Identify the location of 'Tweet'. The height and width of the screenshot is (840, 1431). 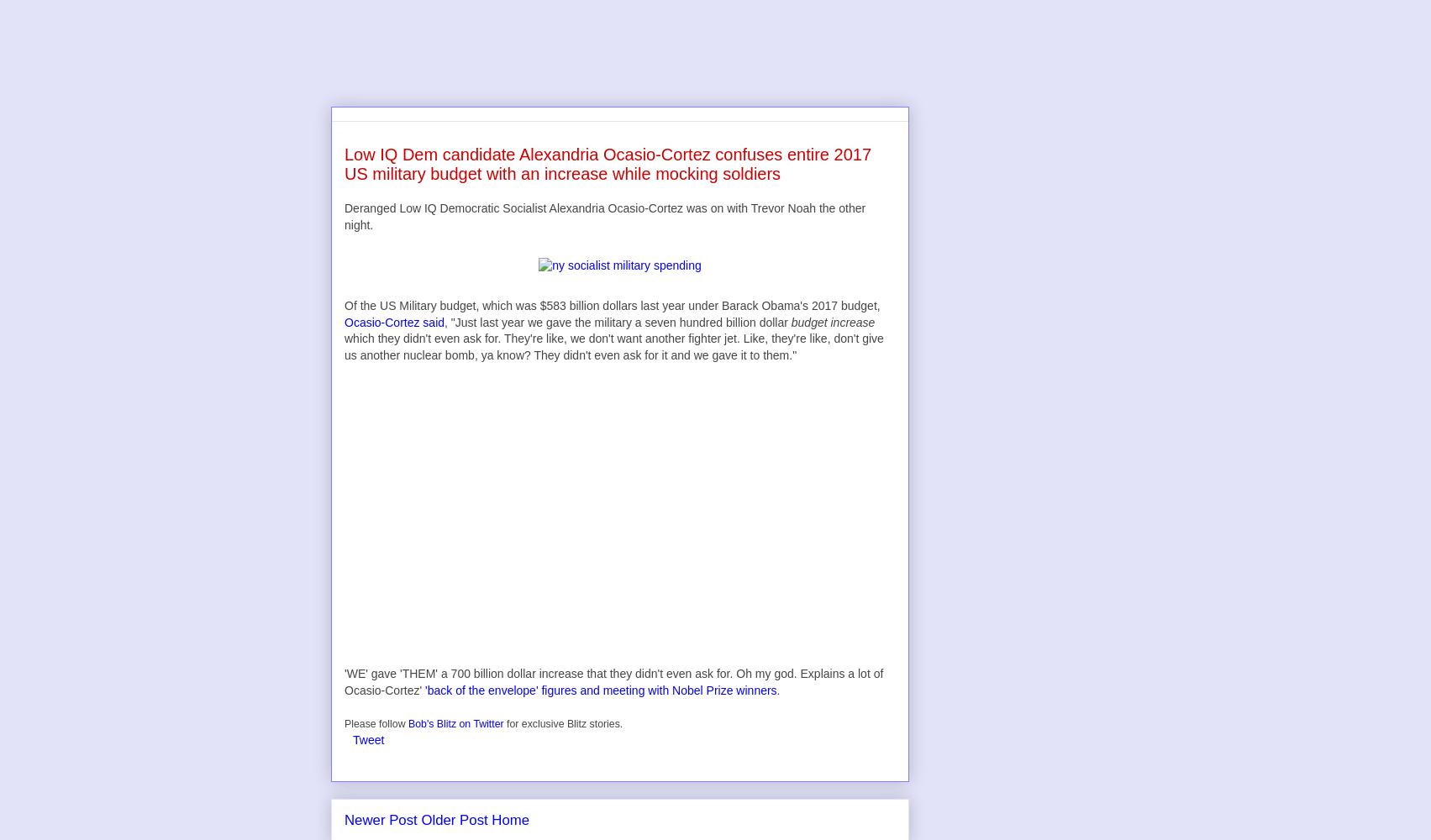
(368, 739).